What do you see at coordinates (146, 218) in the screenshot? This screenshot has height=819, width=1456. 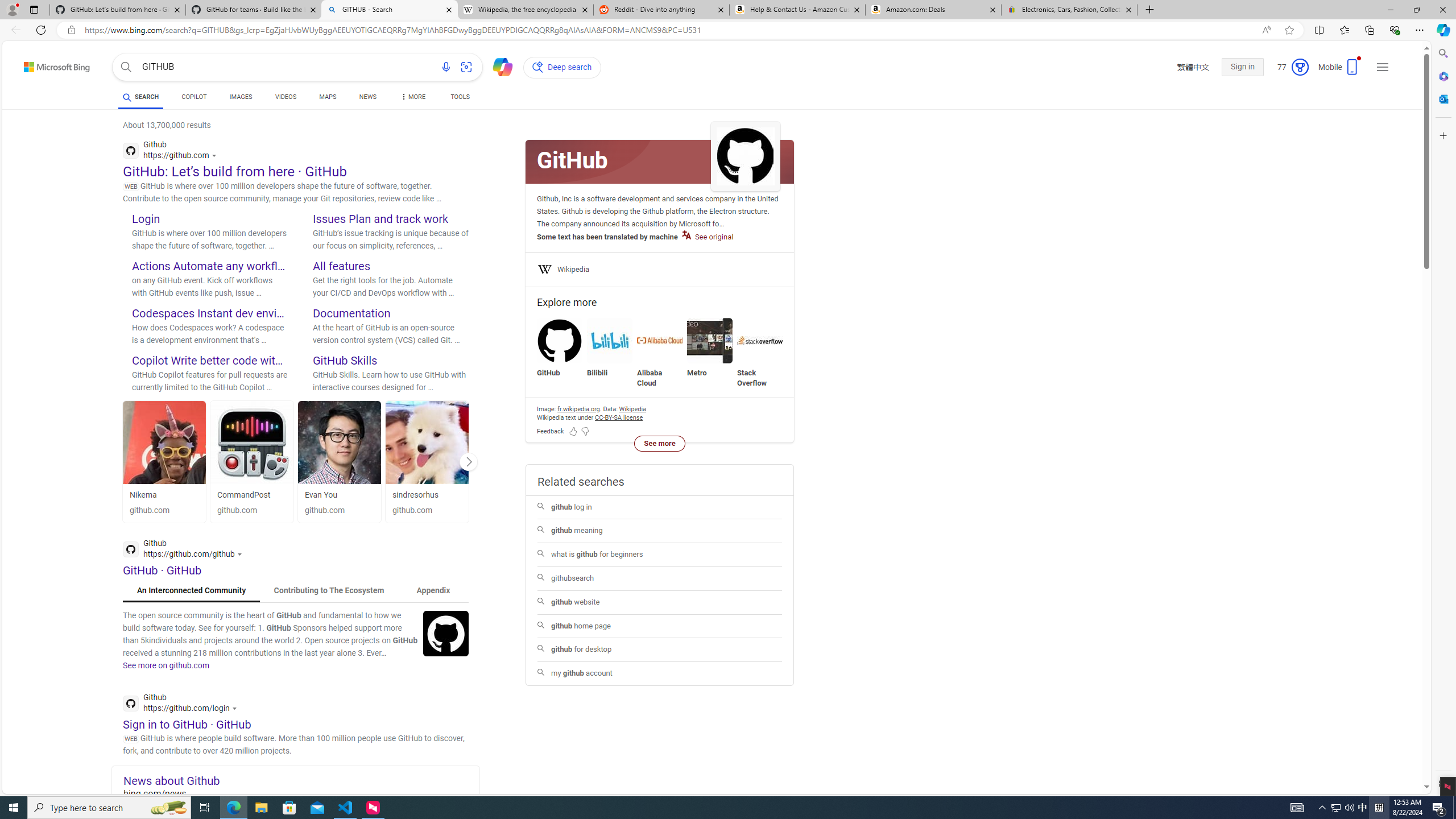 I see `'Login'` at bounding box center [146, 218].